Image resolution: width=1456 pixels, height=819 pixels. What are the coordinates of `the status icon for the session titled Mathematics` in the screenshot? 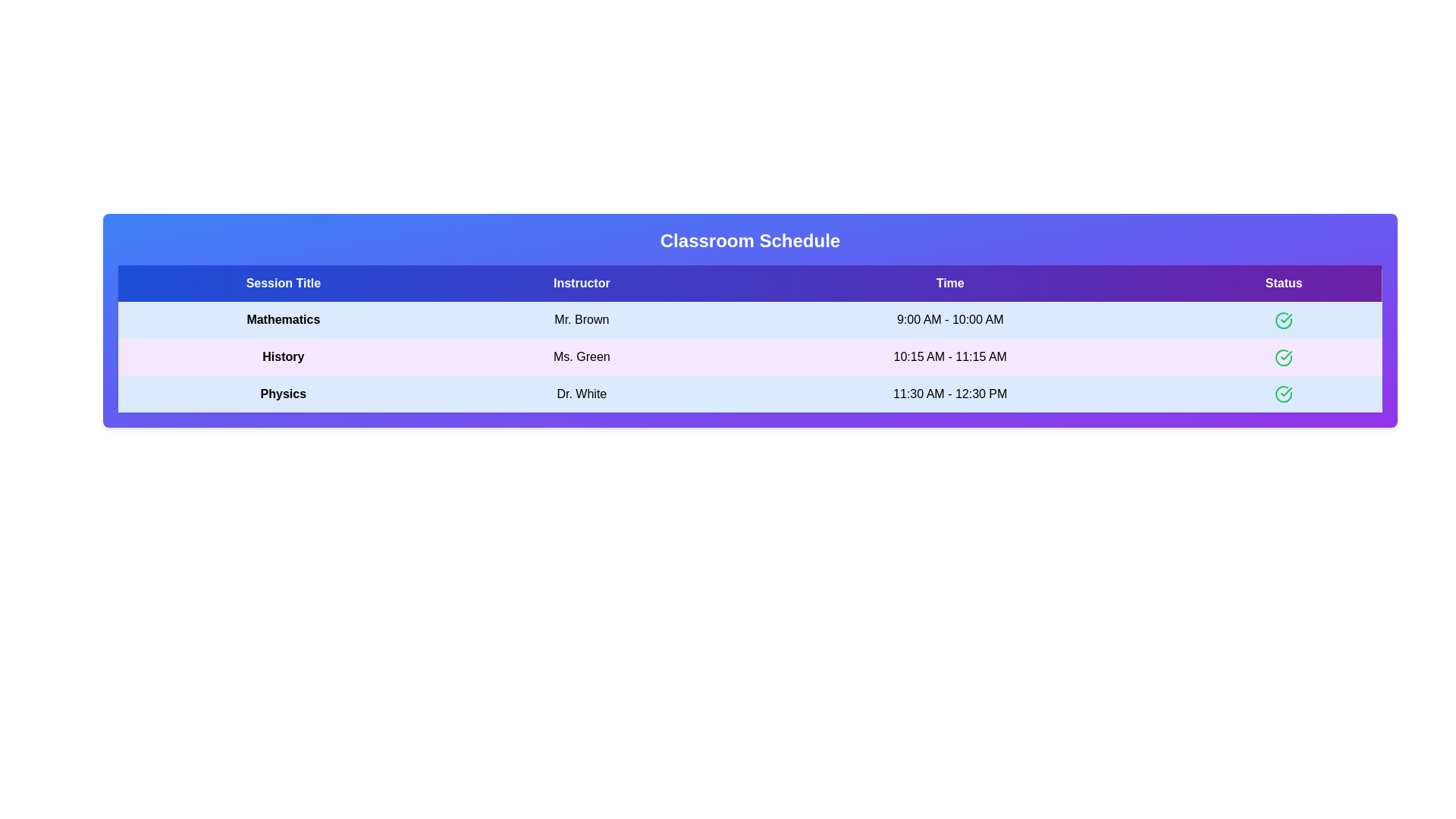 It's located at (1283, 319).